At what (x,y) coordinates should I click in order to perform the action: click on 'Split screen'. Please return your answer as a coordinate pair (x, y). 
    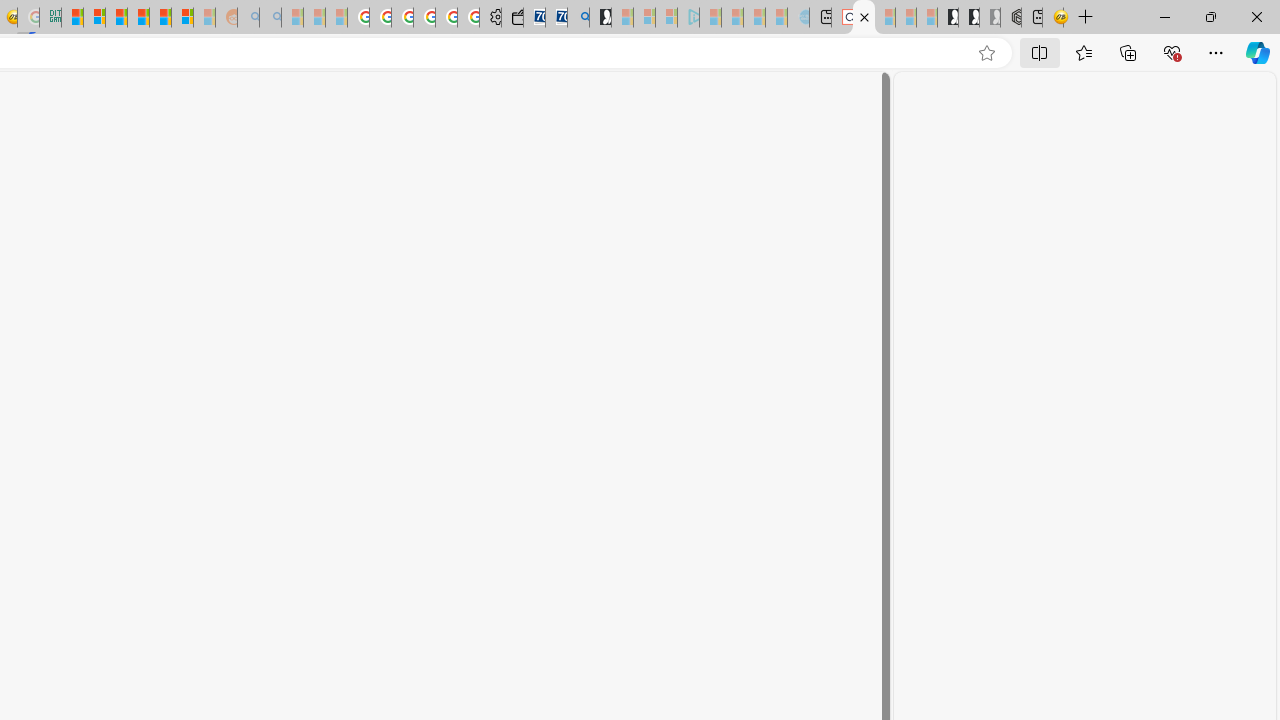
    Looking at the image, I should click on (1040, 51).